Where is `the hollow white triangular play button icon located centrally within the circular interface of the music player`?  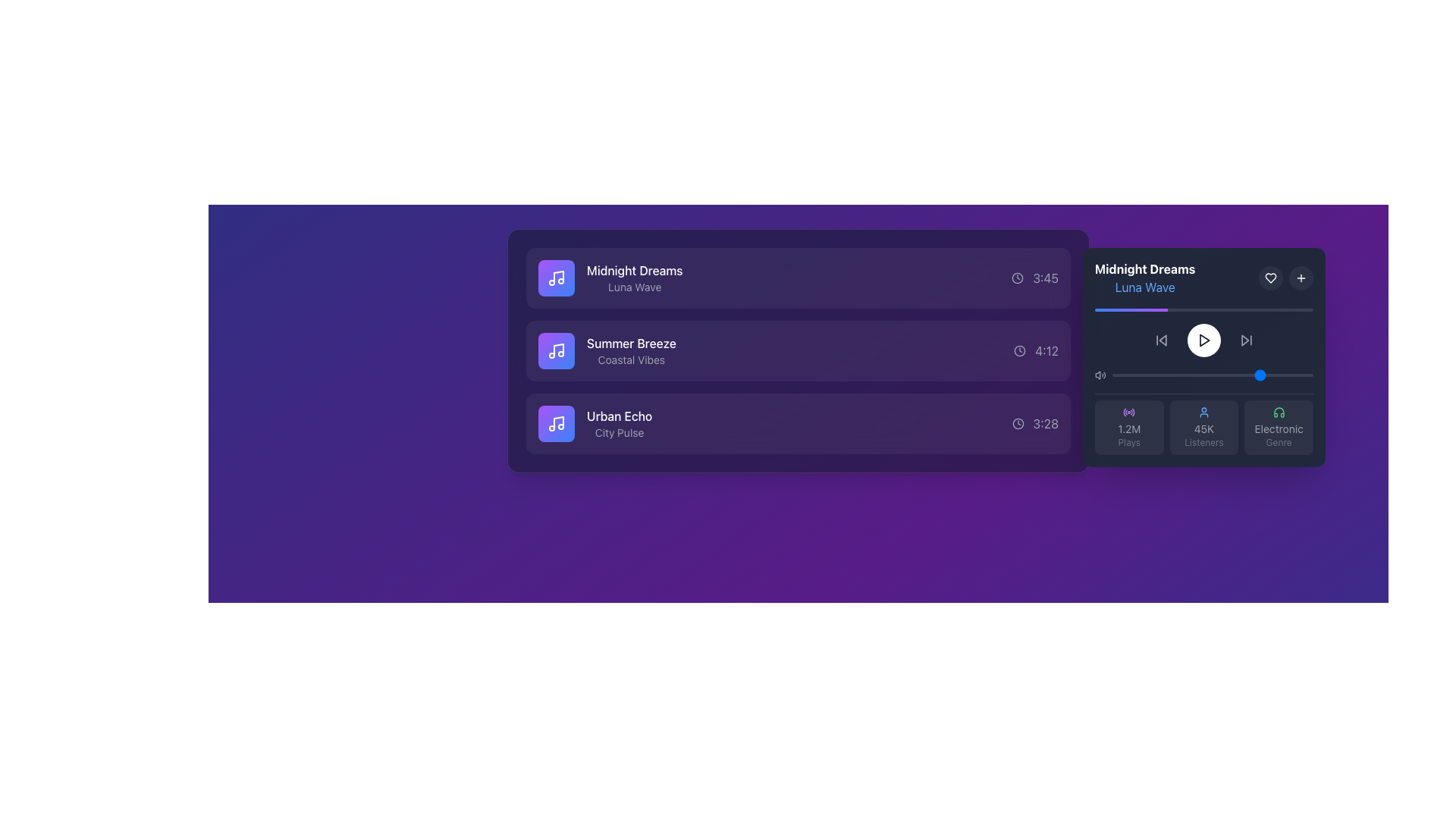
the hollow white triangular play button icon located centrally within the circular interface of the music player is located at coordinates (1203, 339).